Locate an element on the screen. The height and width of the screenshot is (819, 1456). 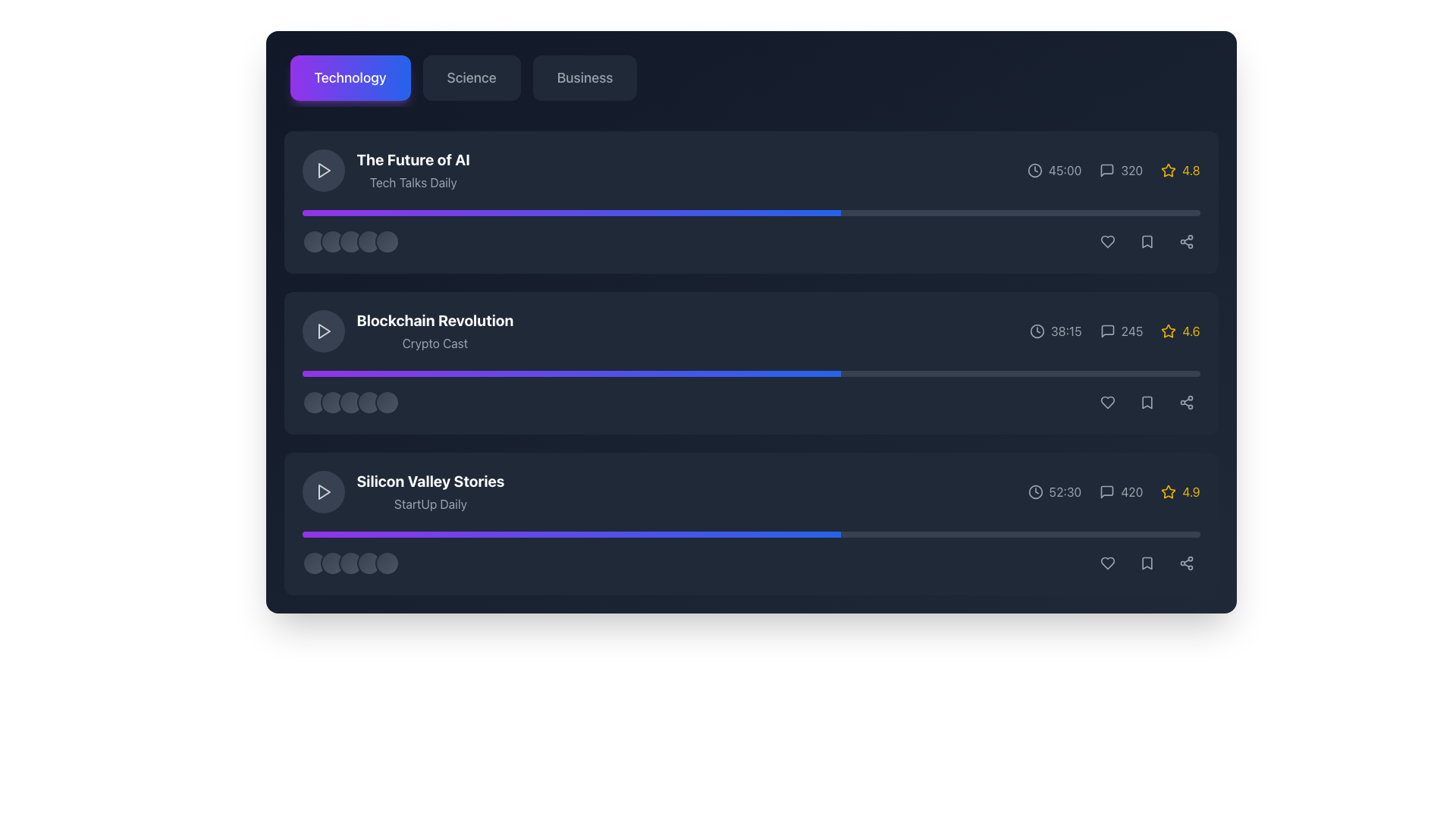
the comment indicator text with adjacent icon is located at coordinates (1113, 170).